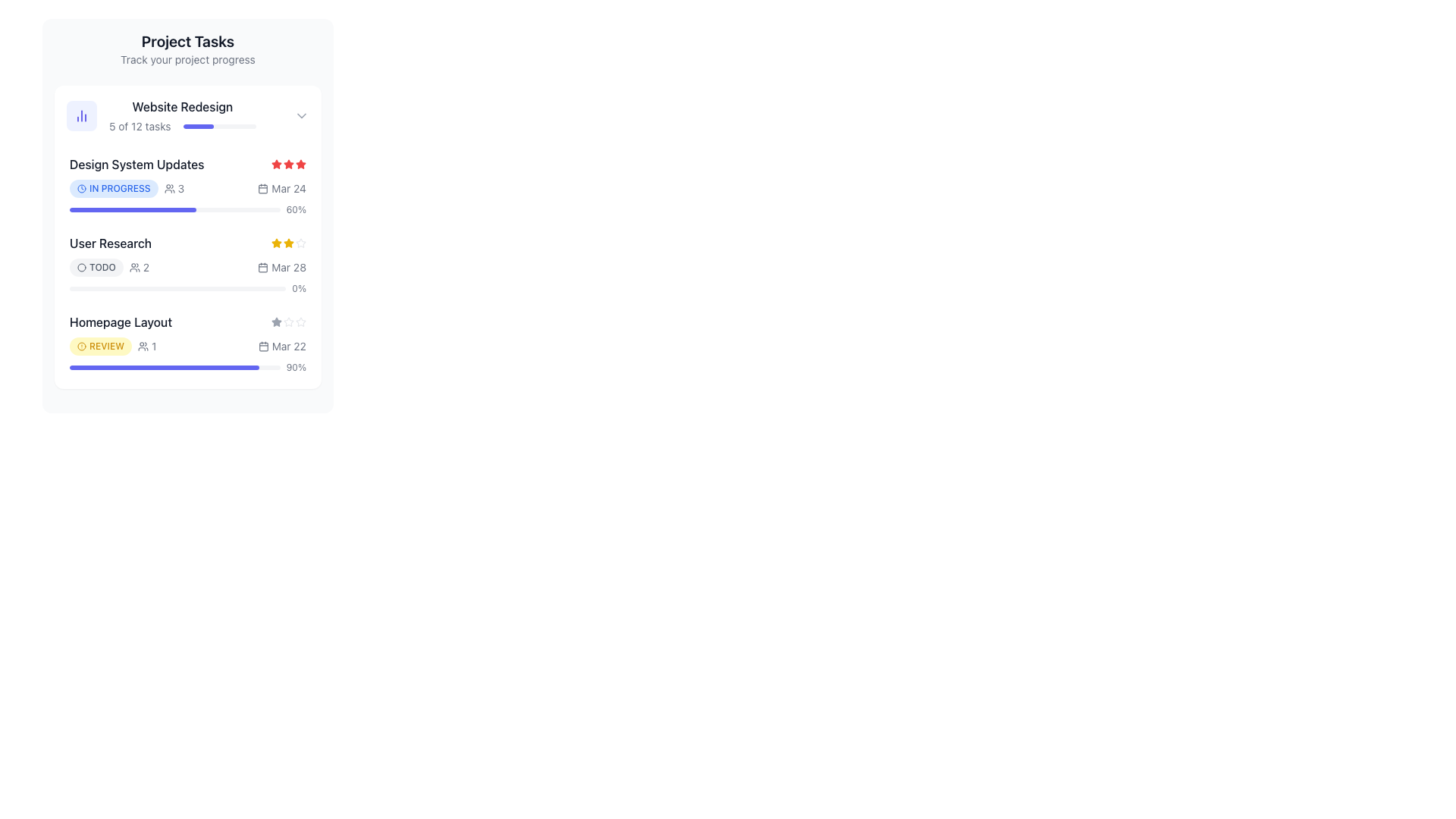 The image size is (1456, 819). What do you see at coordinates (113, 188) in the screenshot?
I see `text of the Status label that displays 'IN PROGRESS' with a blue background, located in the 'Design System Updates' section near a clock icon` at bounding box center [113, 188].